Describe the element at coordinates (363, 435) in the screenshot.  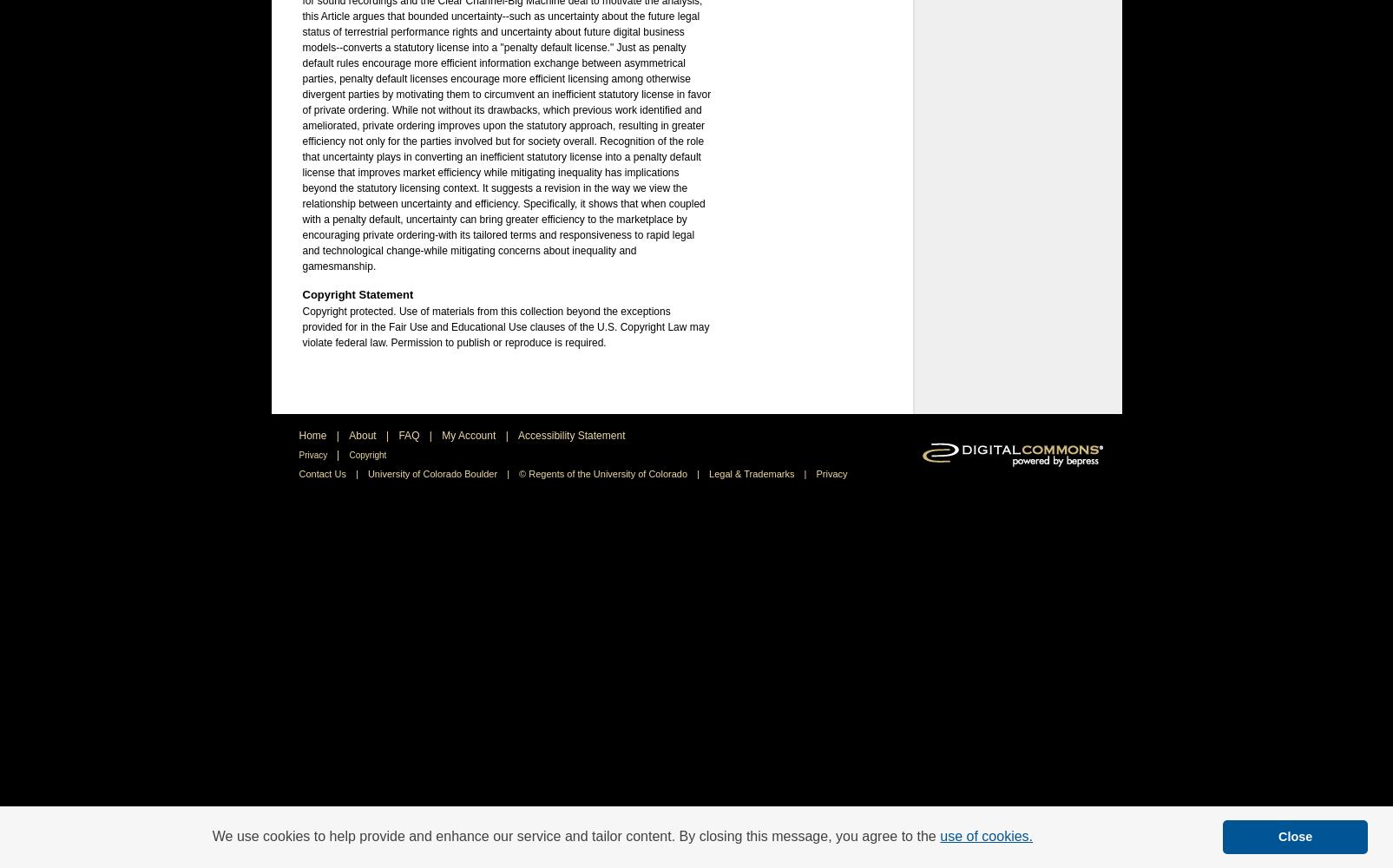
I see `'About'` at that location.